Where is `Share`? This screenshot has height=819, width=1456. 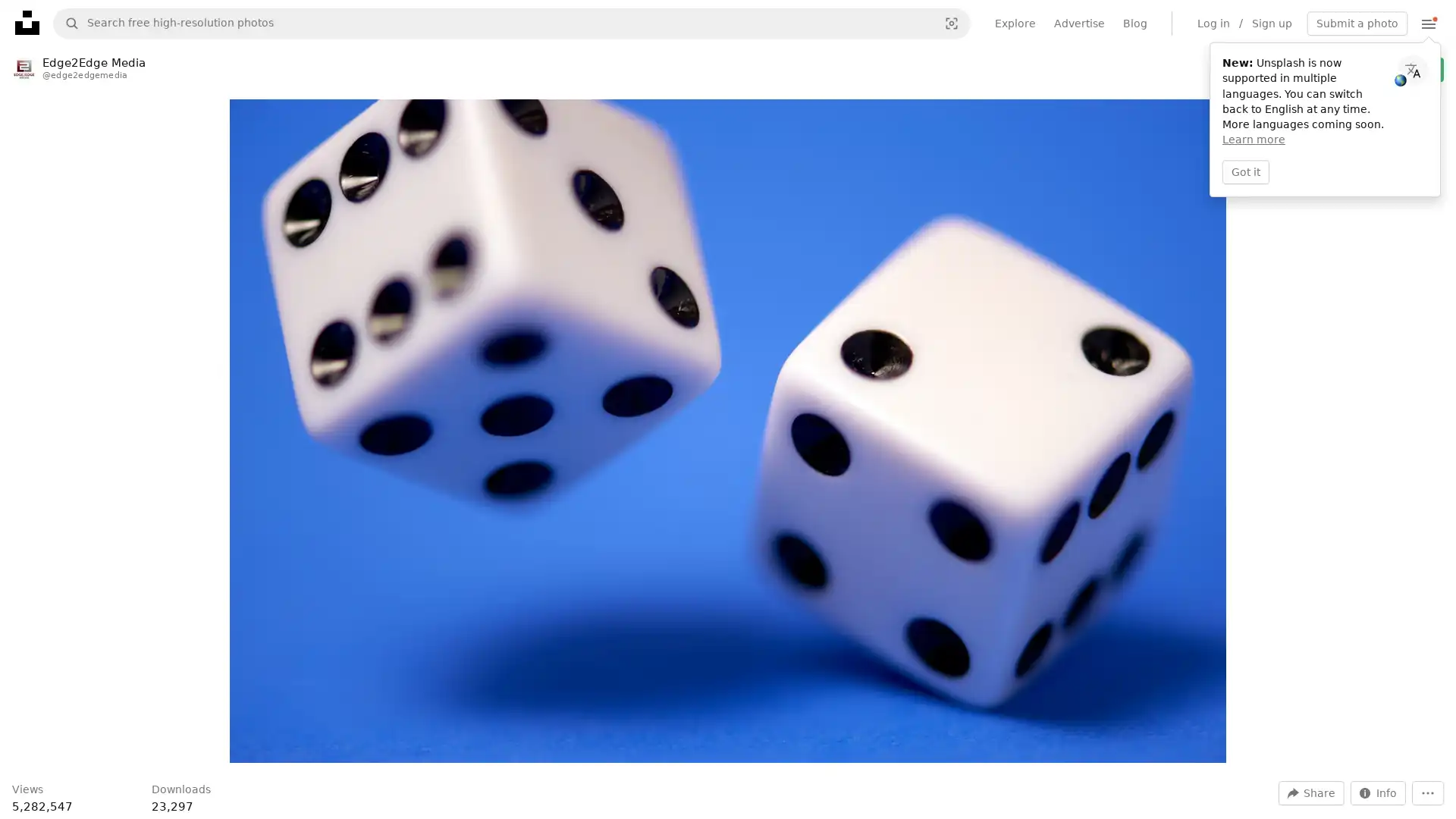
Share is located at coordinates (1310, 792).